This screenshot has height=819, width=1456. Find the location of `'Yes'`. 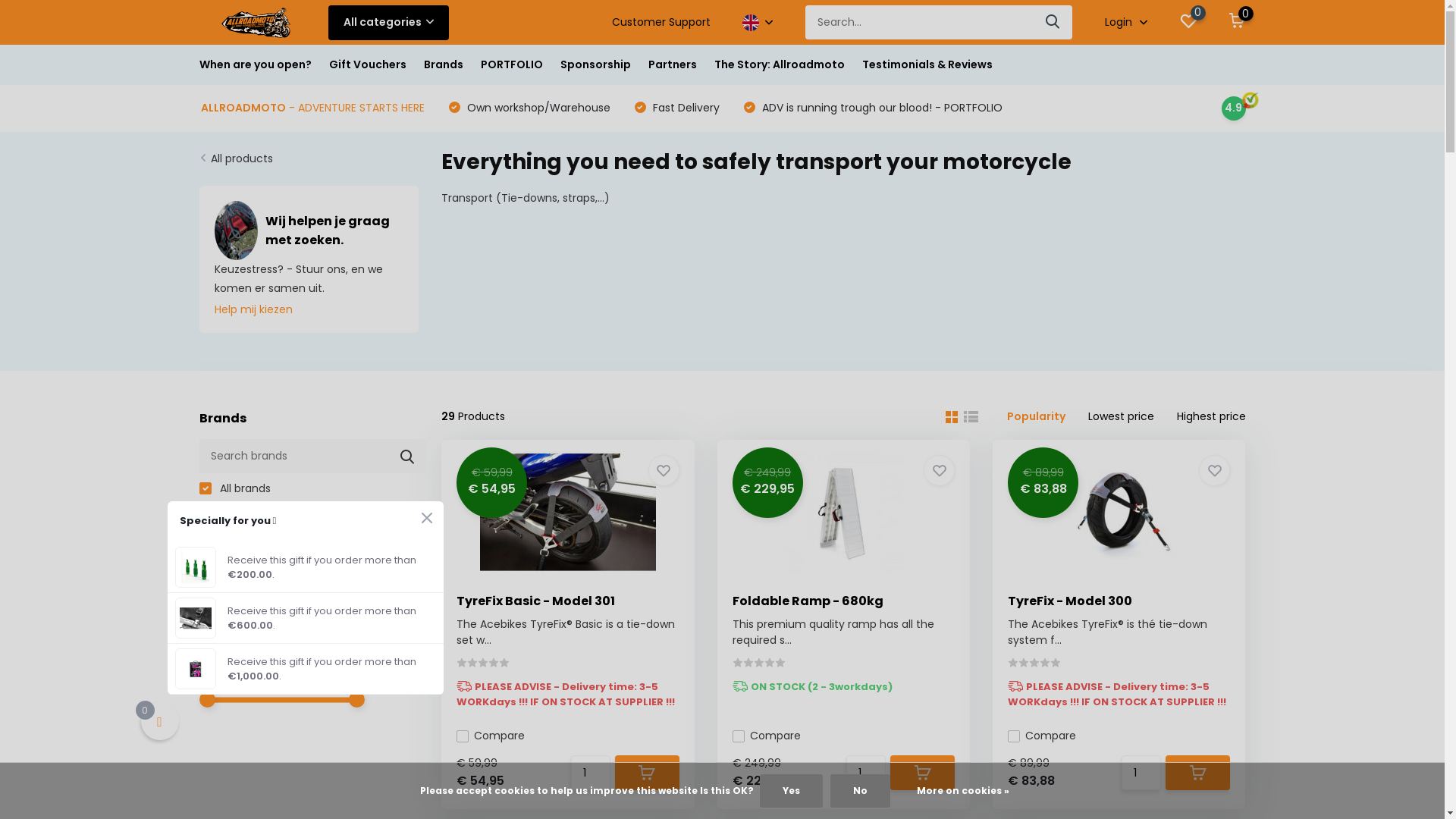

'Yes' is located at coordinates (790, 789).